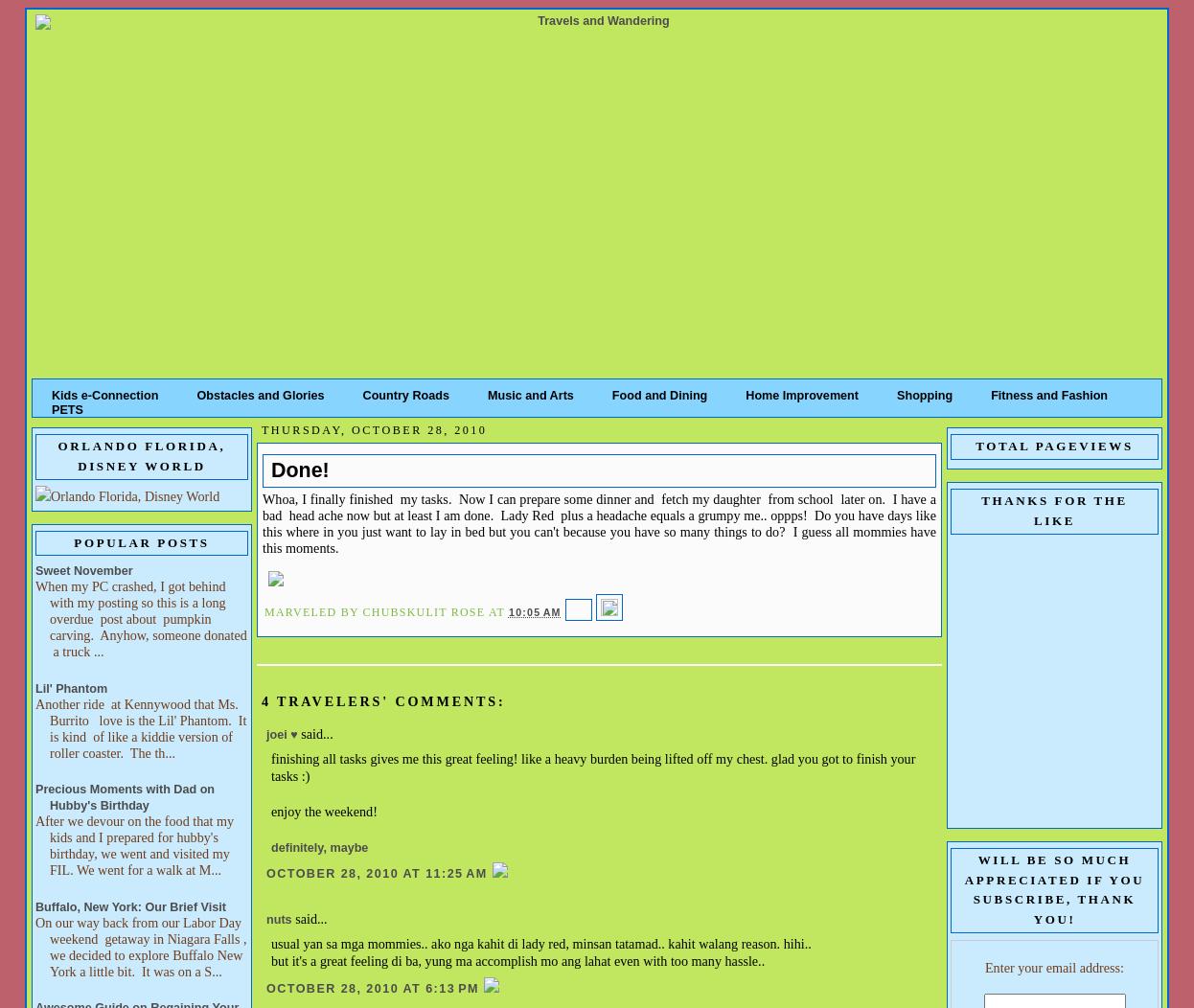 Image resolution: width=1194 pixels, height=1008 pixels. Describe the element at coordinates (141, 726) in the screenshot. I see `'Another ride  at Kennywood that Ms. Burrito   love is the Lil' Phantom.  It is kind  of like a kiddie version of roller coaster.  The th...'` at that location.